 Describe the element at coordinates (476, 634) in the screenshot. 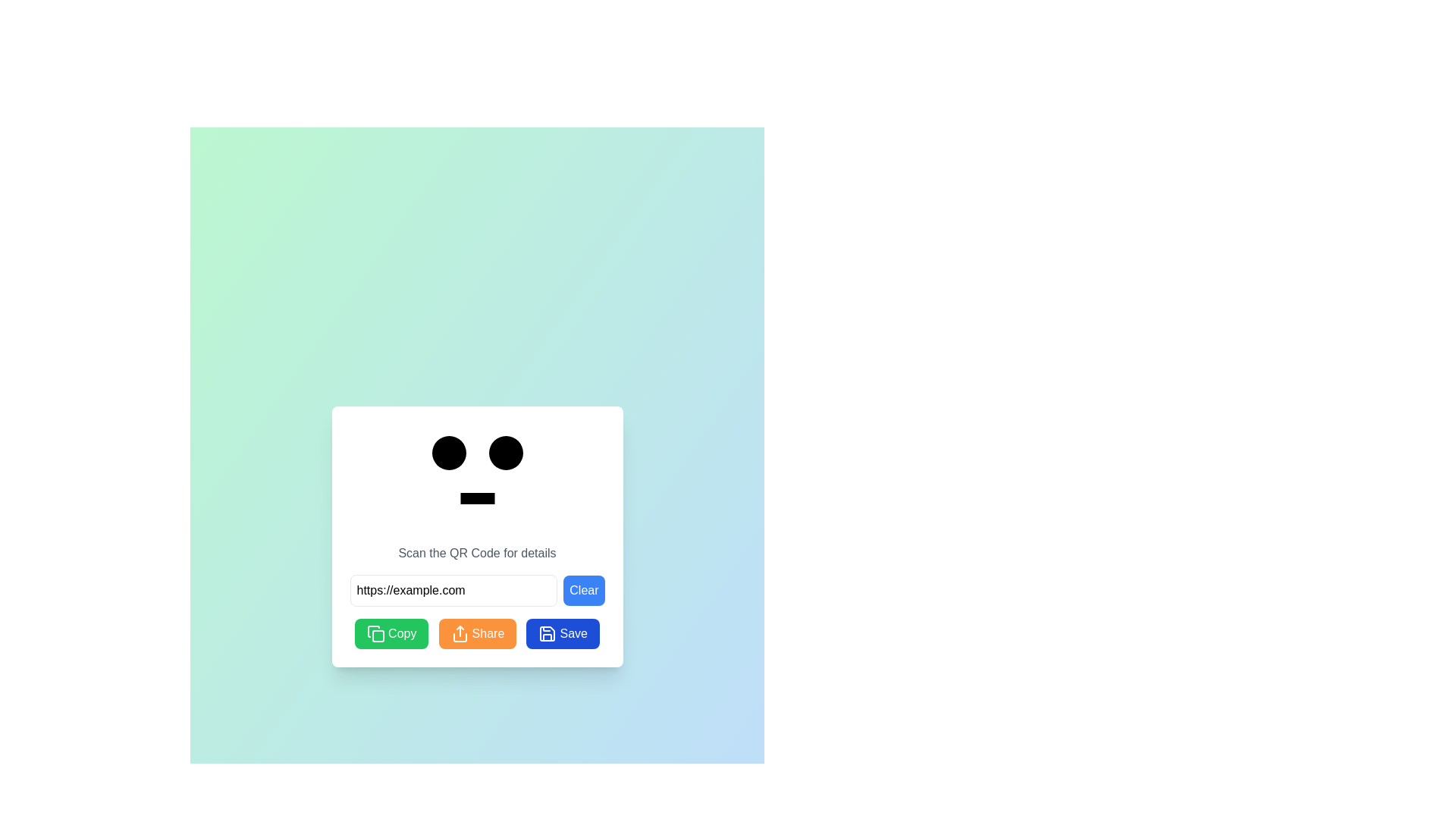

I see `the 'Share' button, which is the middle button in a group of three interactive buttons labeled 'Copy', 'Share', and 'Save', located at the bottom of the card-like area below the text field input` at that location.